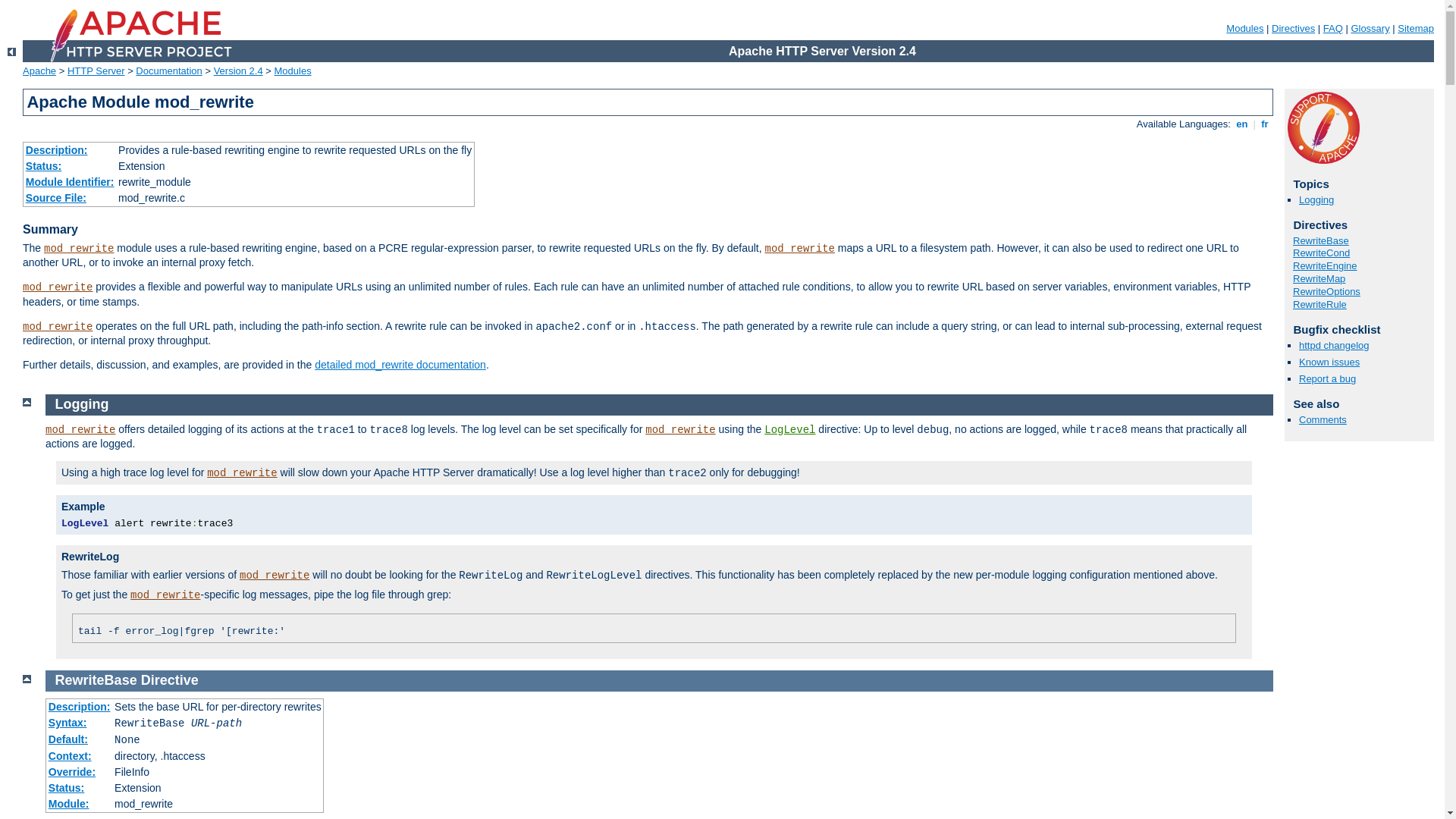 The width and height of the screenshot is (1456, 819). What do you see at coordinates (79, 430) in the screenshot?
I see `'mod_rewrite'` at bounding box center [79, 430].